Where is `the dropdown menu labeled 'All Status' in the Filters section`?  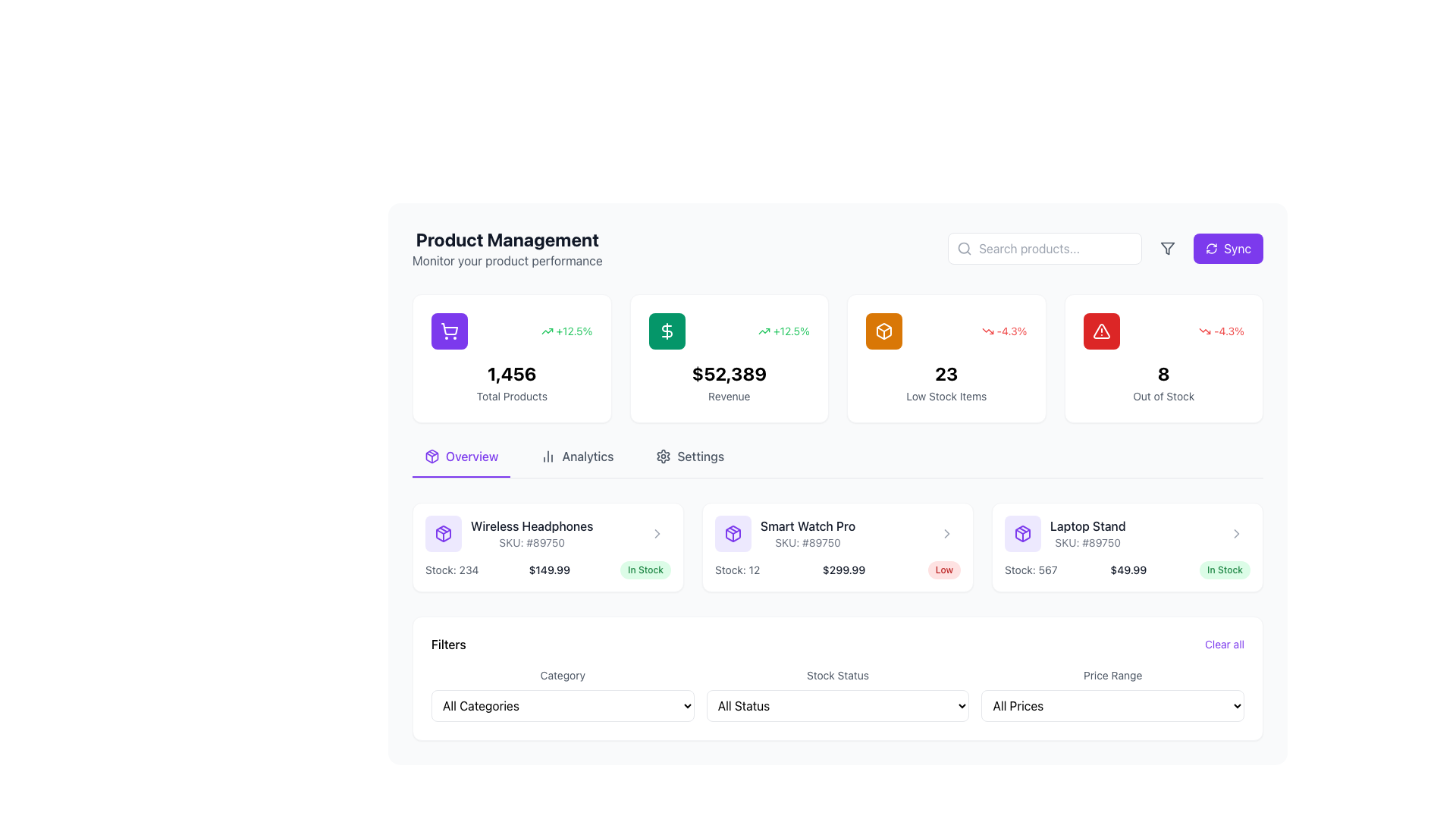
the dropdown menu labeled 'All Status' in the Filters section is located at coordinates (836, 705).